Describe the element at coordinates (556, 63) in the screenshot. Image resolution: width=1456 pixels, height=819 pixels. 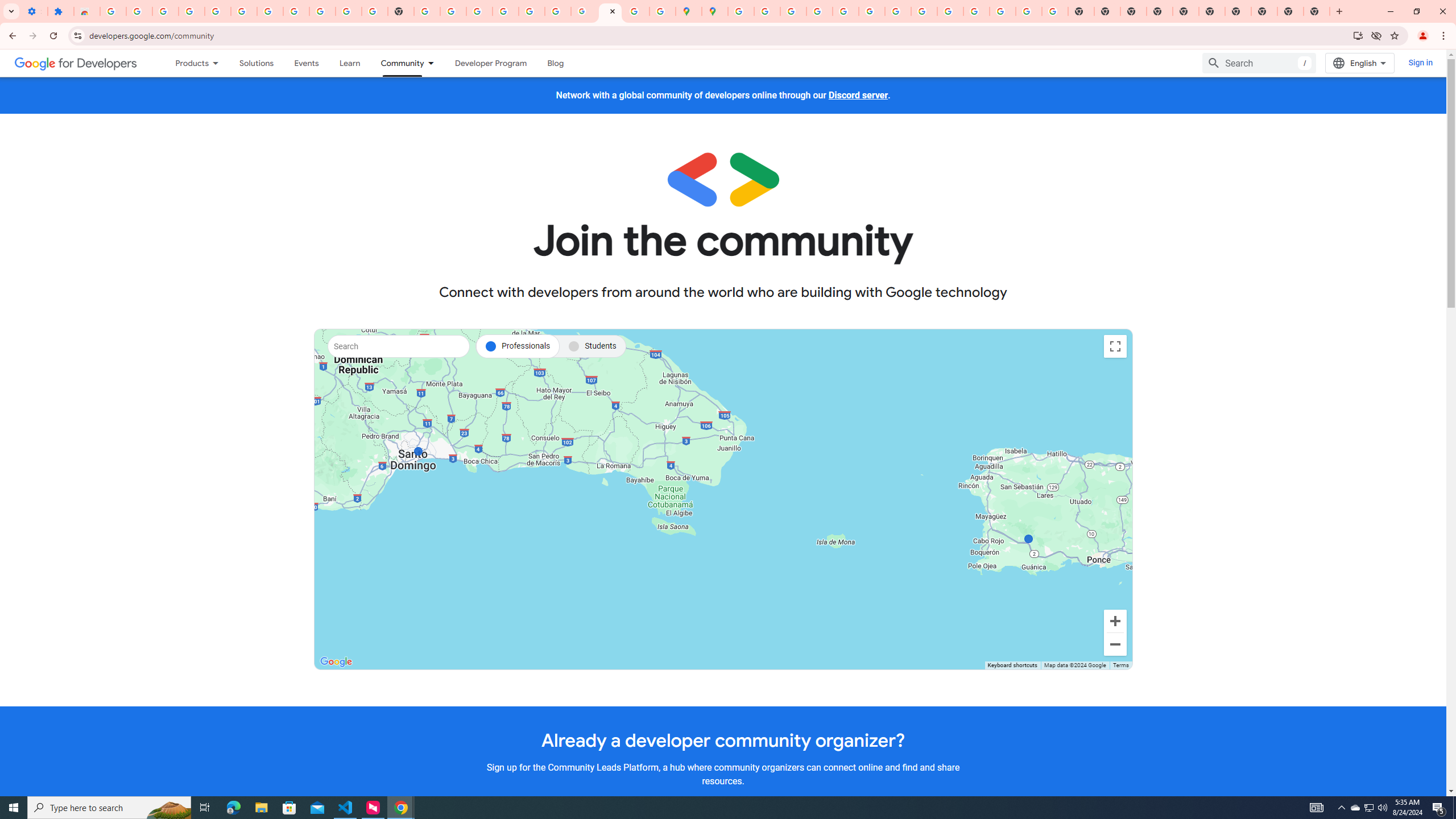
I see `'Blog'` at that location.